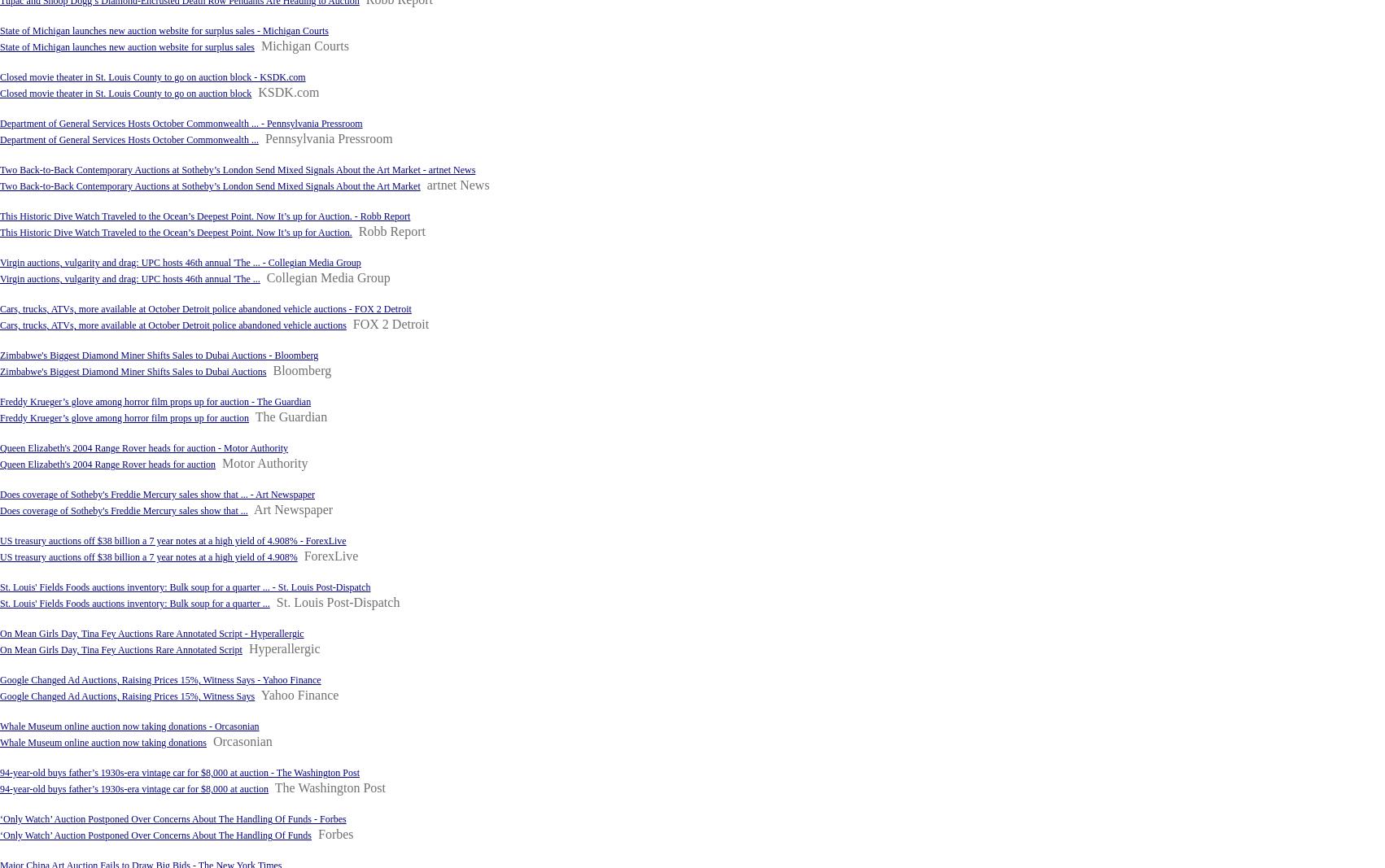 Image resolution: width=1385 pixels, height=868 pixels. I want to click on 'Robb Report', so click(390, 231).